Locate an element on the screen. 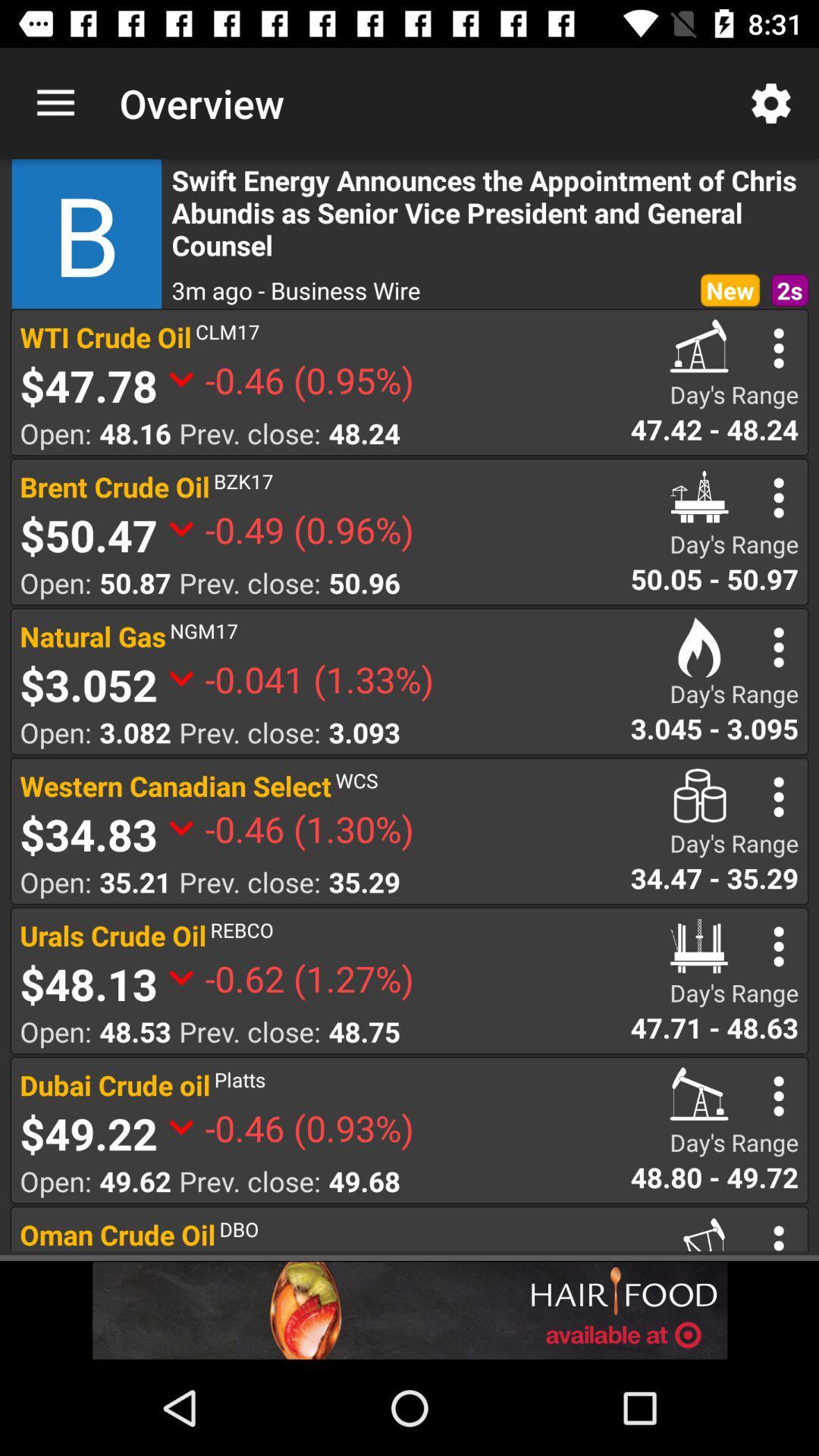 Image resolution: width=819 pixels, height=1456 pixels. advertisement bar is located at coordinates (409, 1310).